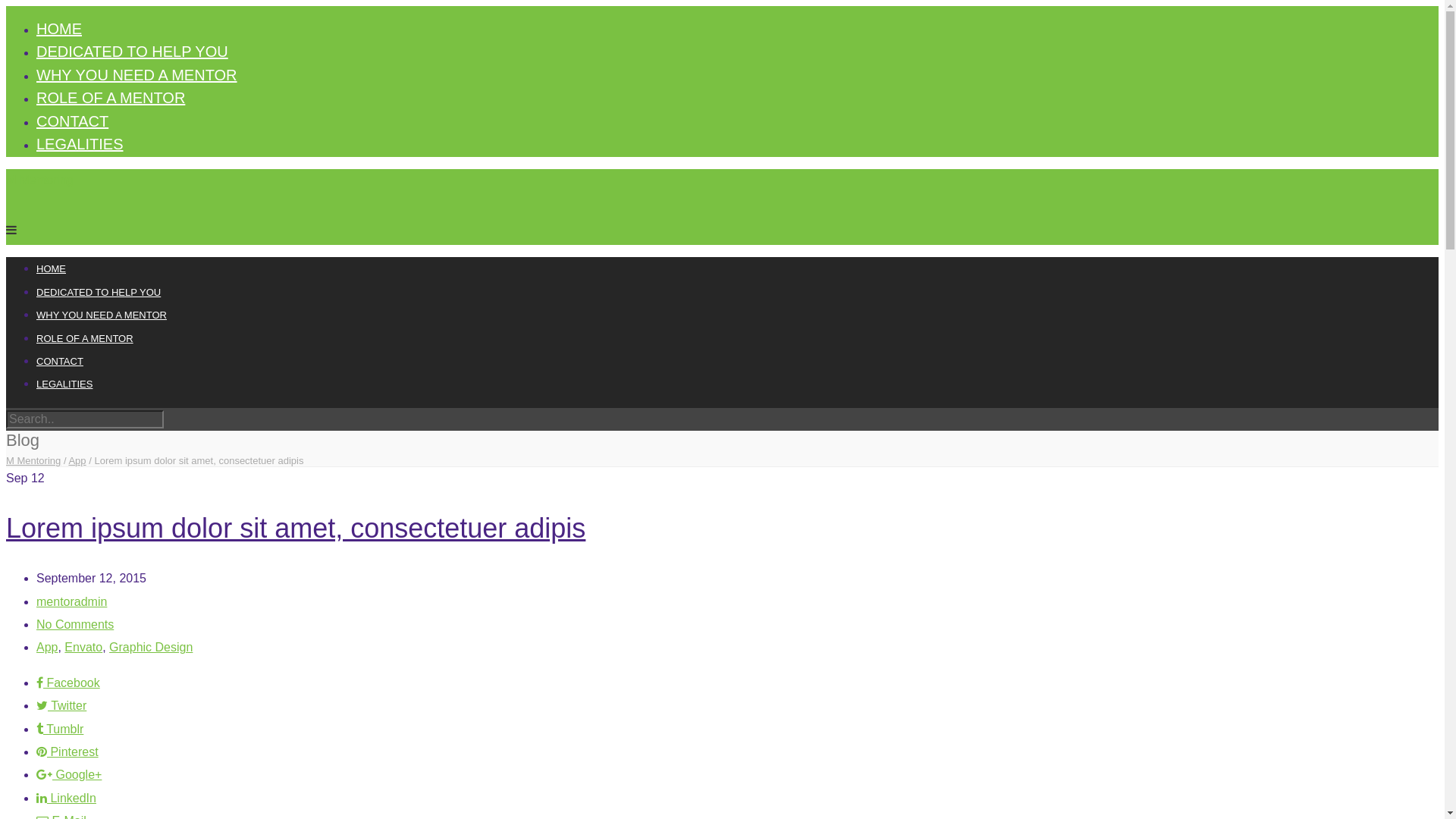 The width and height of the screenshot is (1456, 819). What do you see at coordinates (58, 29) in the screenshot?
I see `'HOME'` at bounding box center [58, 29].